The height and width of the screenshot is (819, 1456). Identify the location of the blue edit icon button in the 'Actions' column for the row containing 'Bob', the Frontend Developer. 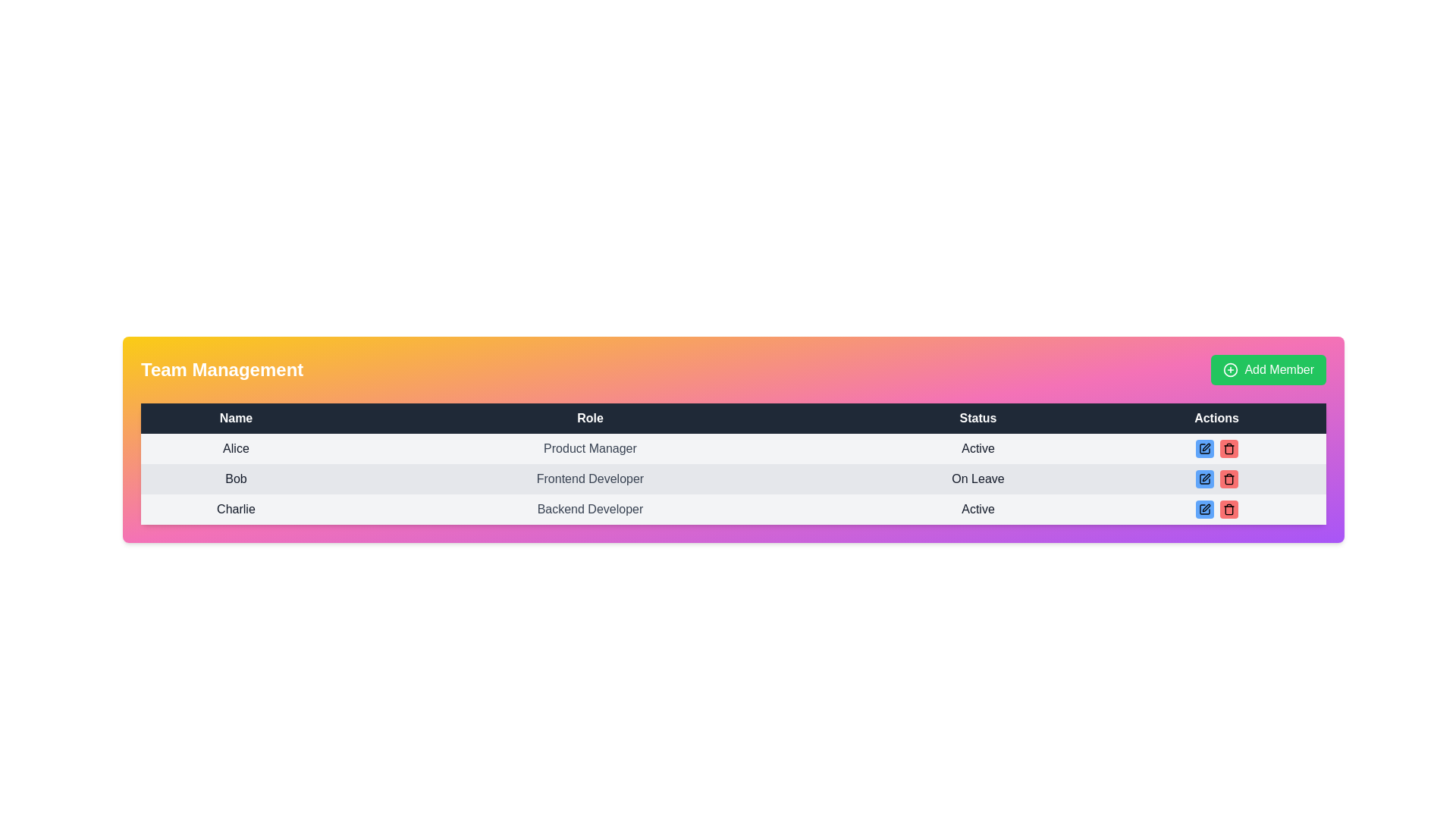
(1203, 479).